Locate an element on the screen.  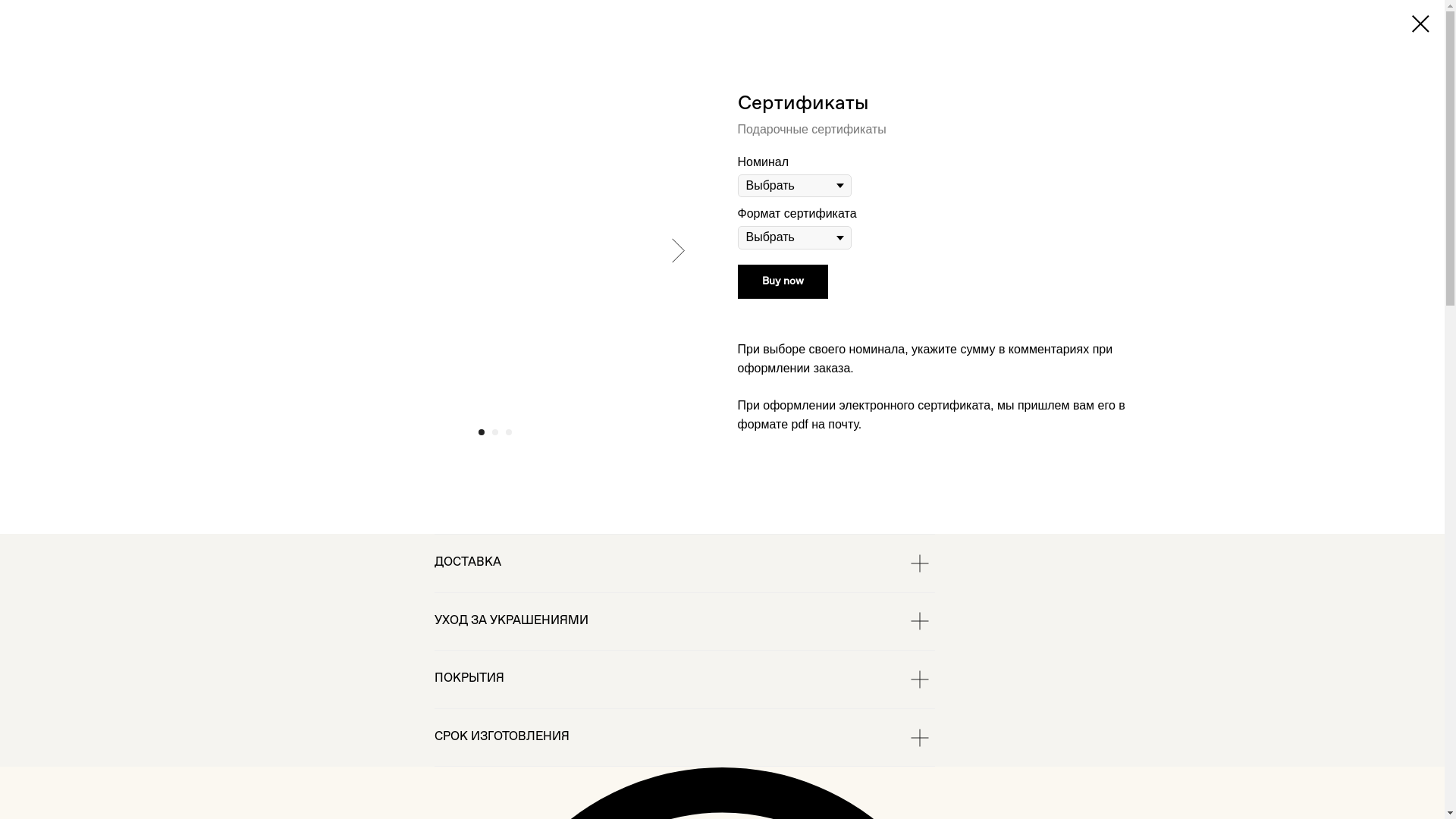
'Buy now' is located at coordinates (736, 281).